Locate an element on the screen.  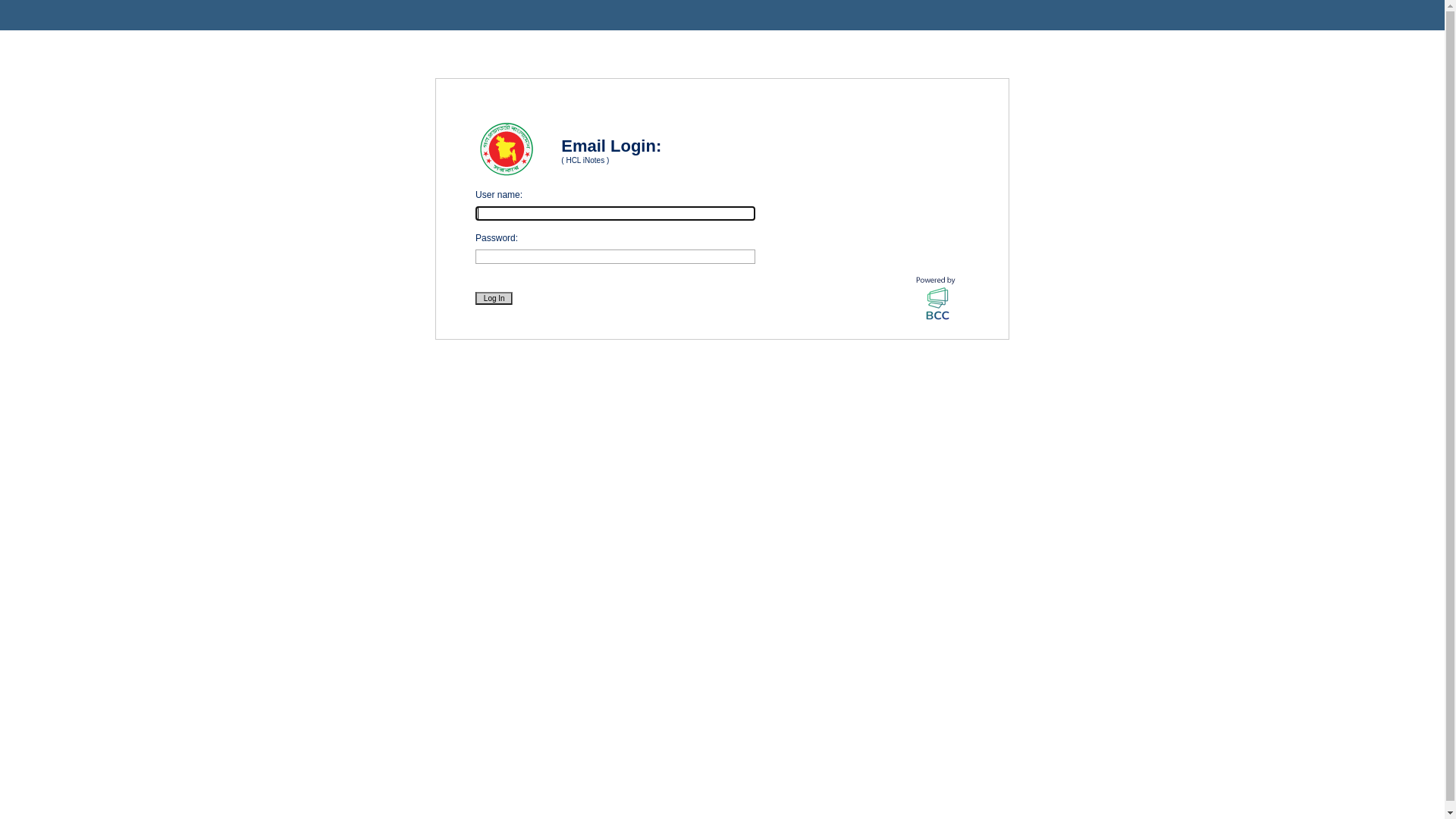
' Log In ' is located at coordinates (494, 298).